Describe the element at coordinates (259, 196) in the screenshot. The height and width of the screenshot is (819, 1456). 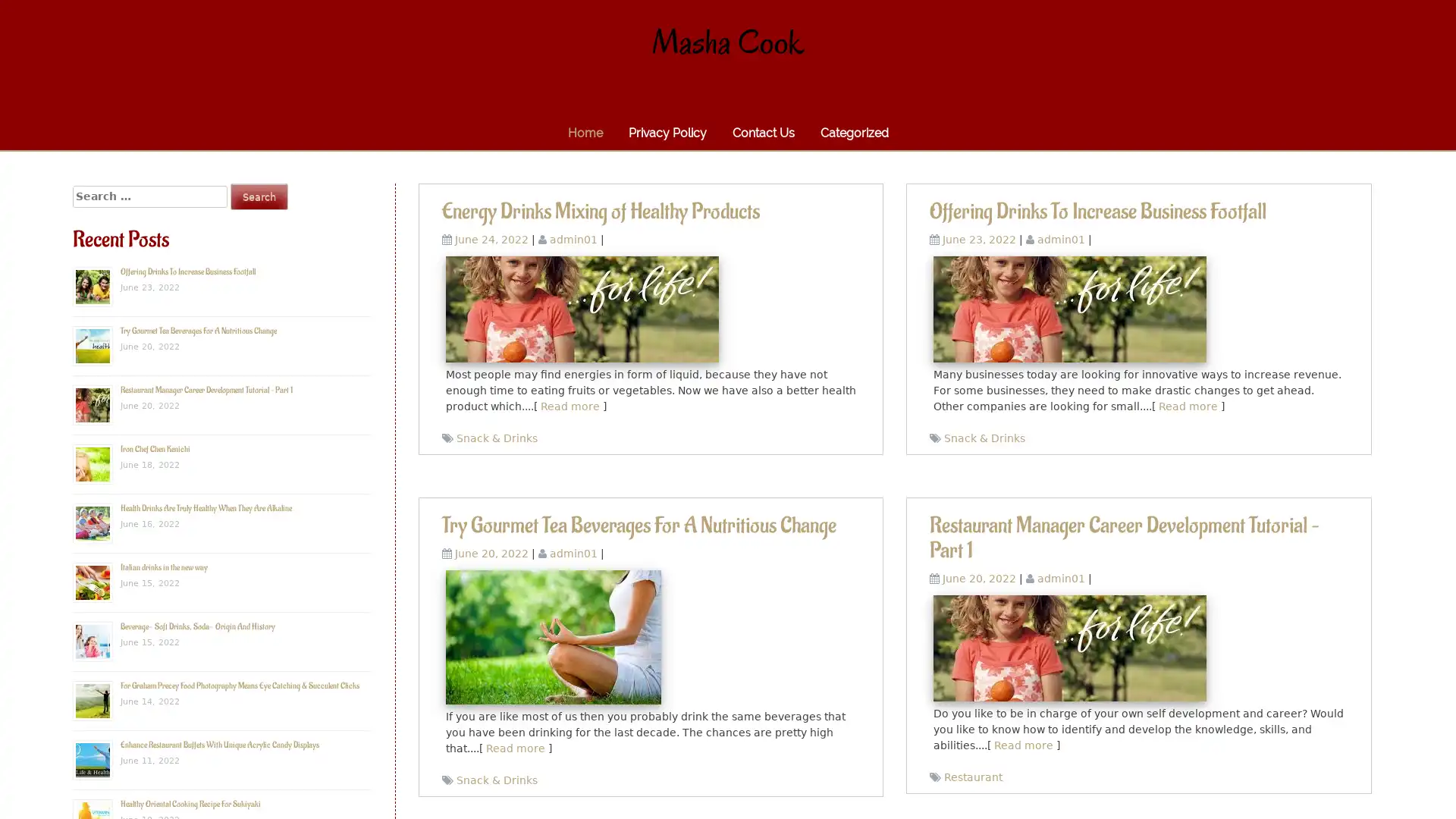
I see `Search` at that location.